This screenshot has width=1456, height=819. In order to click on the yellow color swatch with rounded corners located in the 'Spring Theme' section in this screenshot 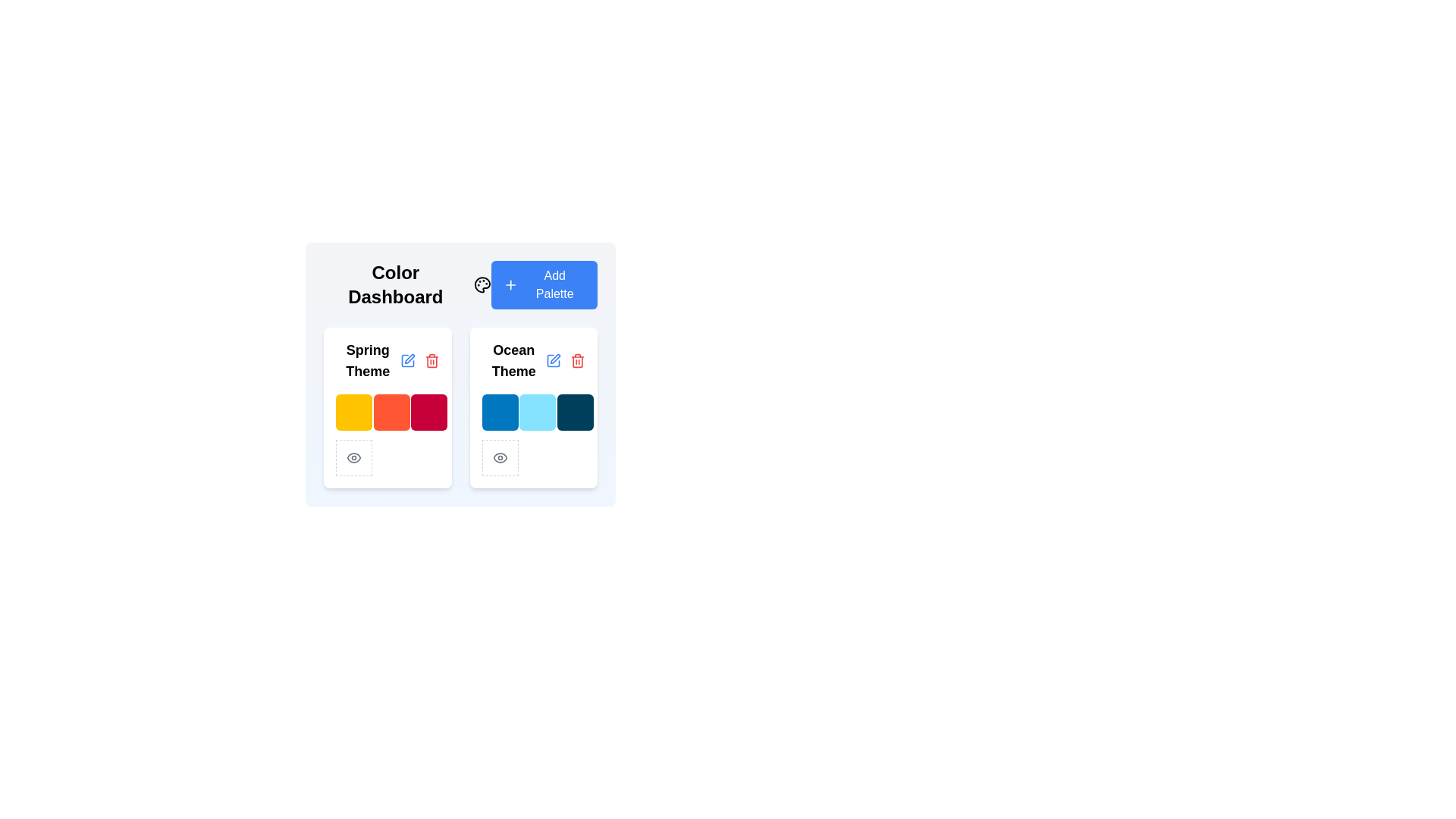, I will do `click(353, 412)`.